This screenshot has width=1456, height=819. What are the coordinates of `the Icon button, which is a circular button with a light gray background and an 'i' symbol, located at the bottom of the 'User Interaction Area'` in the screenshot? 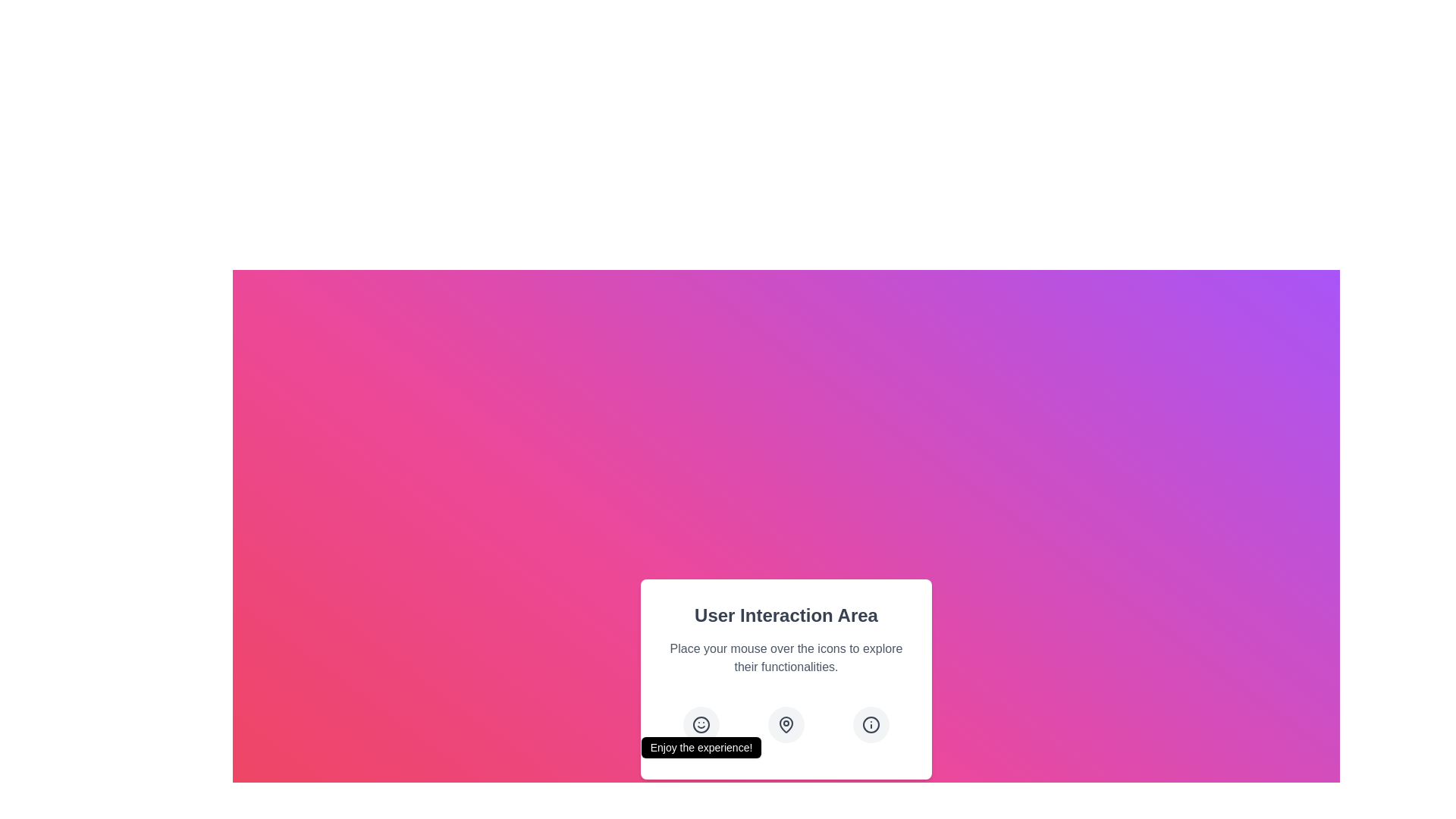 It's located at (871, 724).